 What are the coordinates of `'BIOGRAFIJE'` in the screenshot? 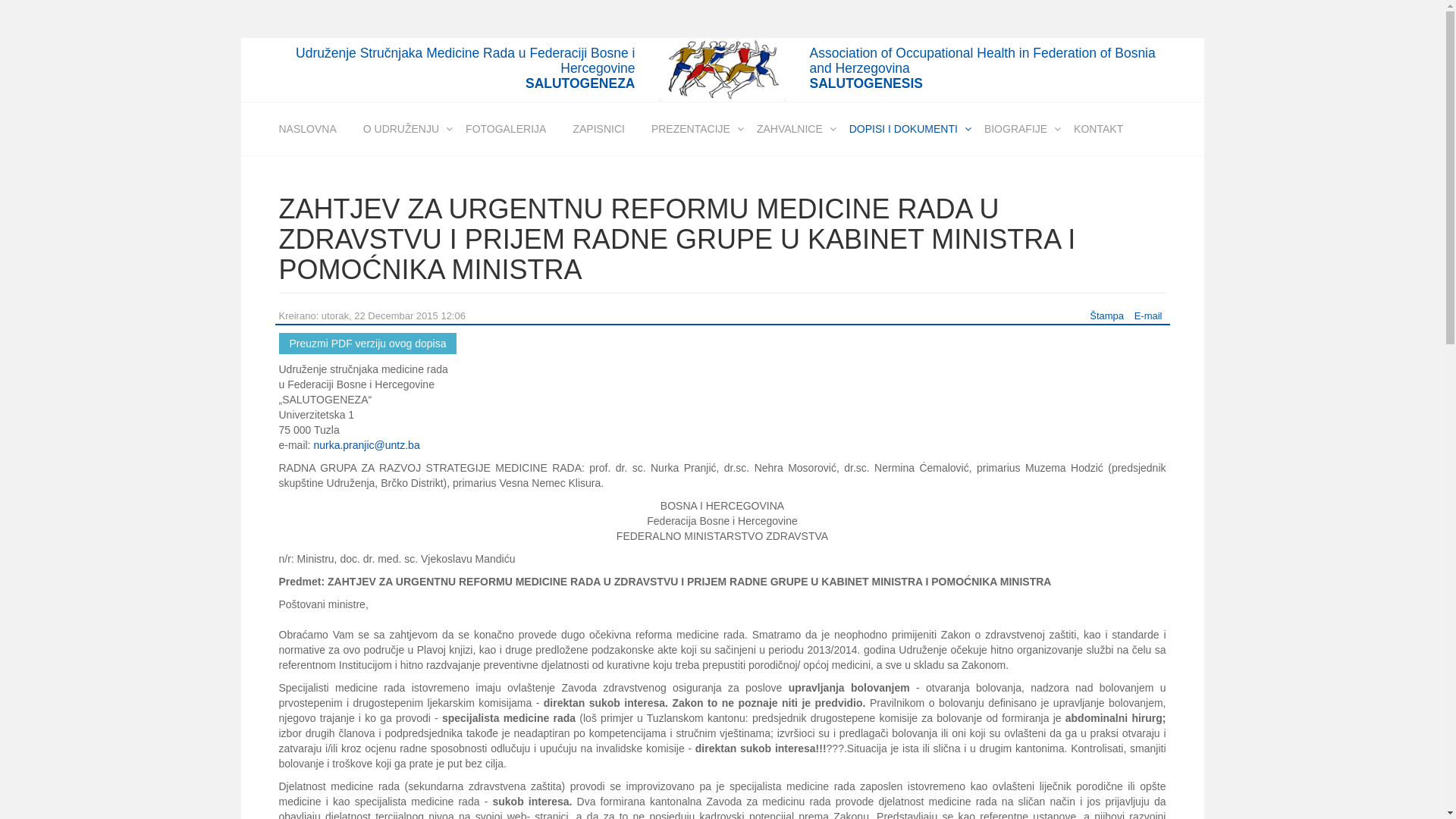 It's located at (1015, 127).